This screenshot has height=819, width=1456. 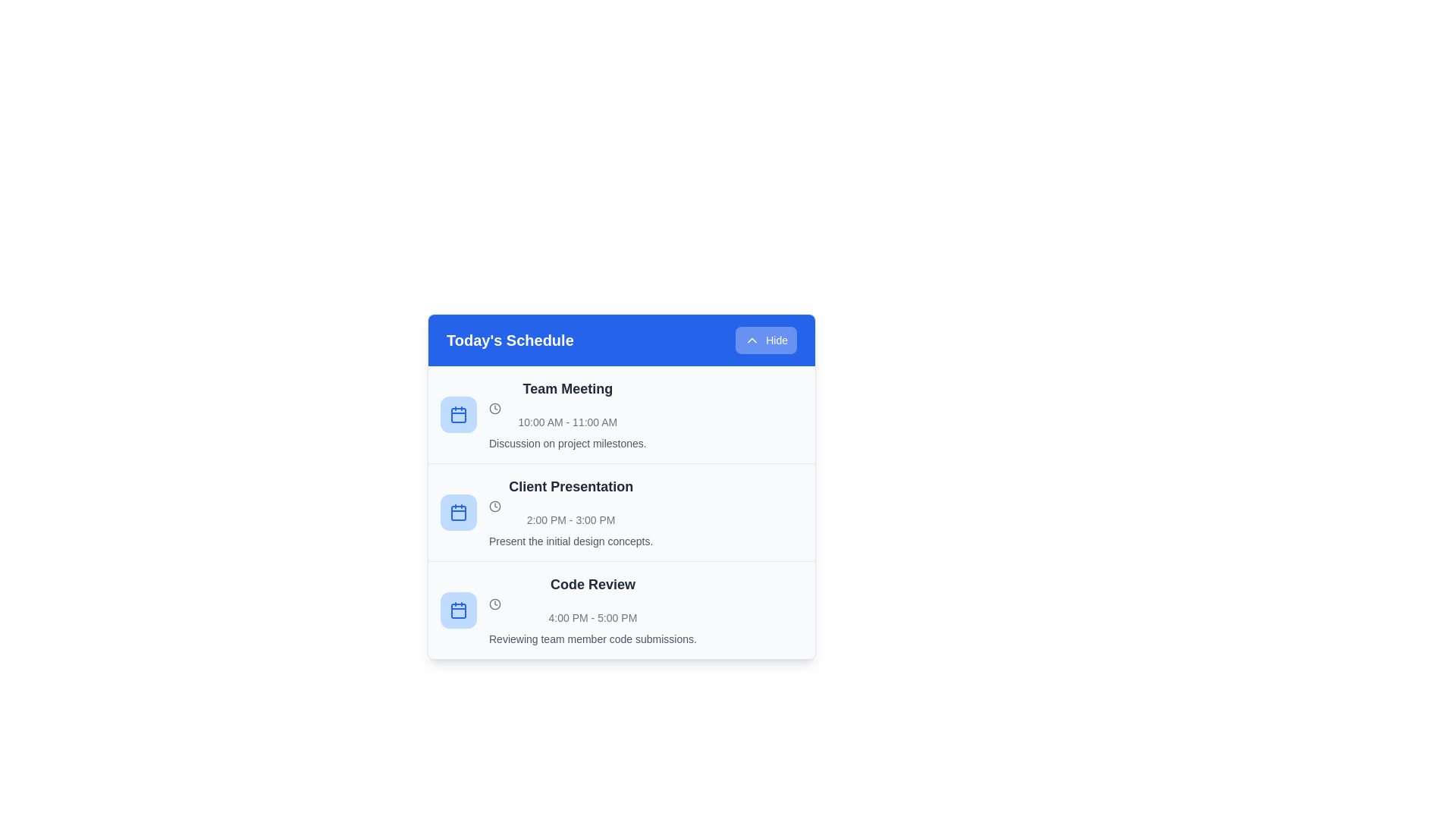 What do you see at coordinates (566, 416) in the screenshot?
I see `the text information element indicating the scheduled time duration for the 'Team Meeting' event, which includes a graphical clock icon to its left` at bounding box center [566, 416].